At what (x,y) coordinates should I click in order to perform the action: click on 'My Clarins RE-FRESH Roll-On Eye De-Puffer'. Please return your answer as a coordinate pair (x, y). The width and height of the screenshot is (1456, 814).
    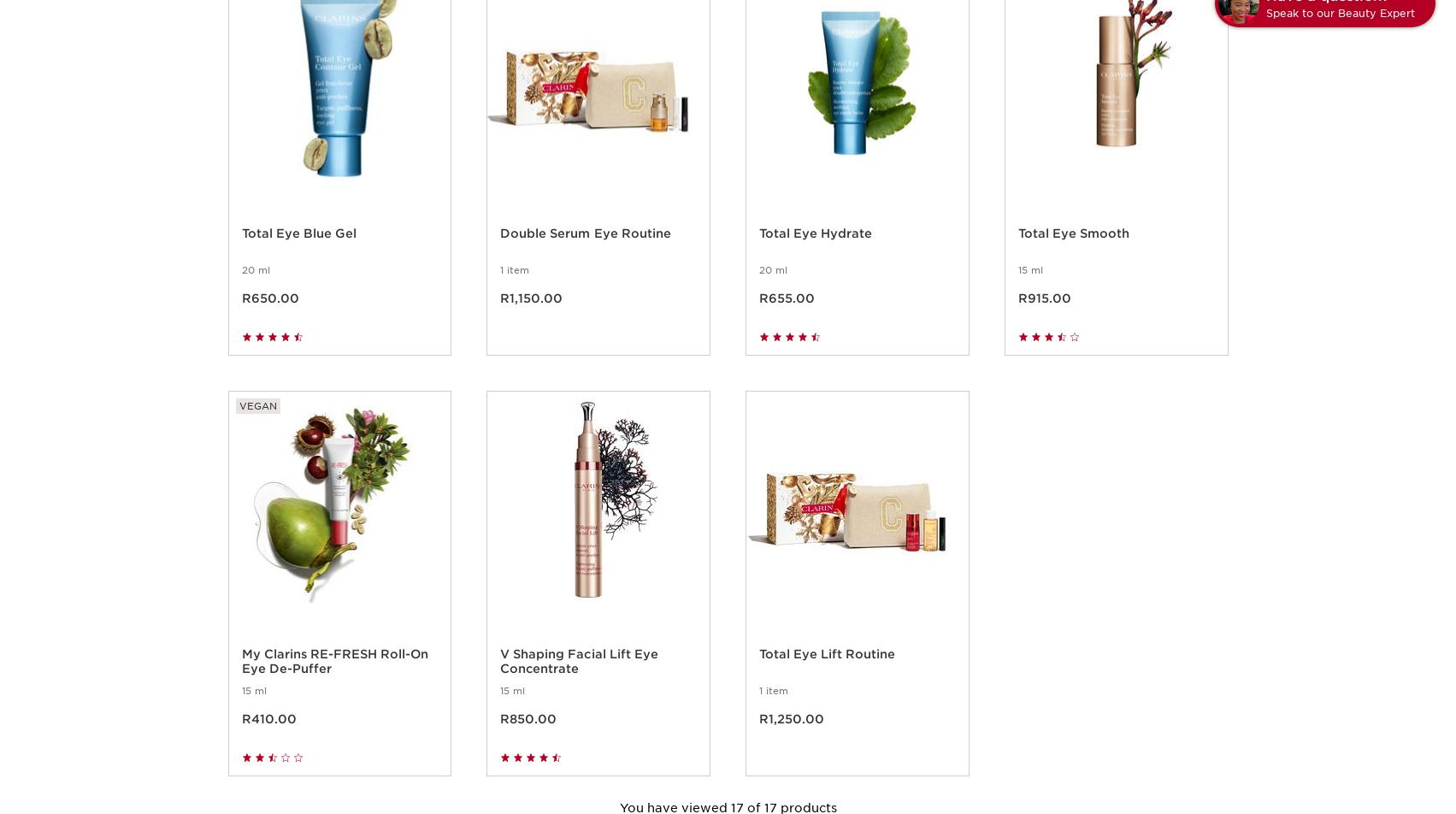
    Looking at the image, I should click on (240, 681).